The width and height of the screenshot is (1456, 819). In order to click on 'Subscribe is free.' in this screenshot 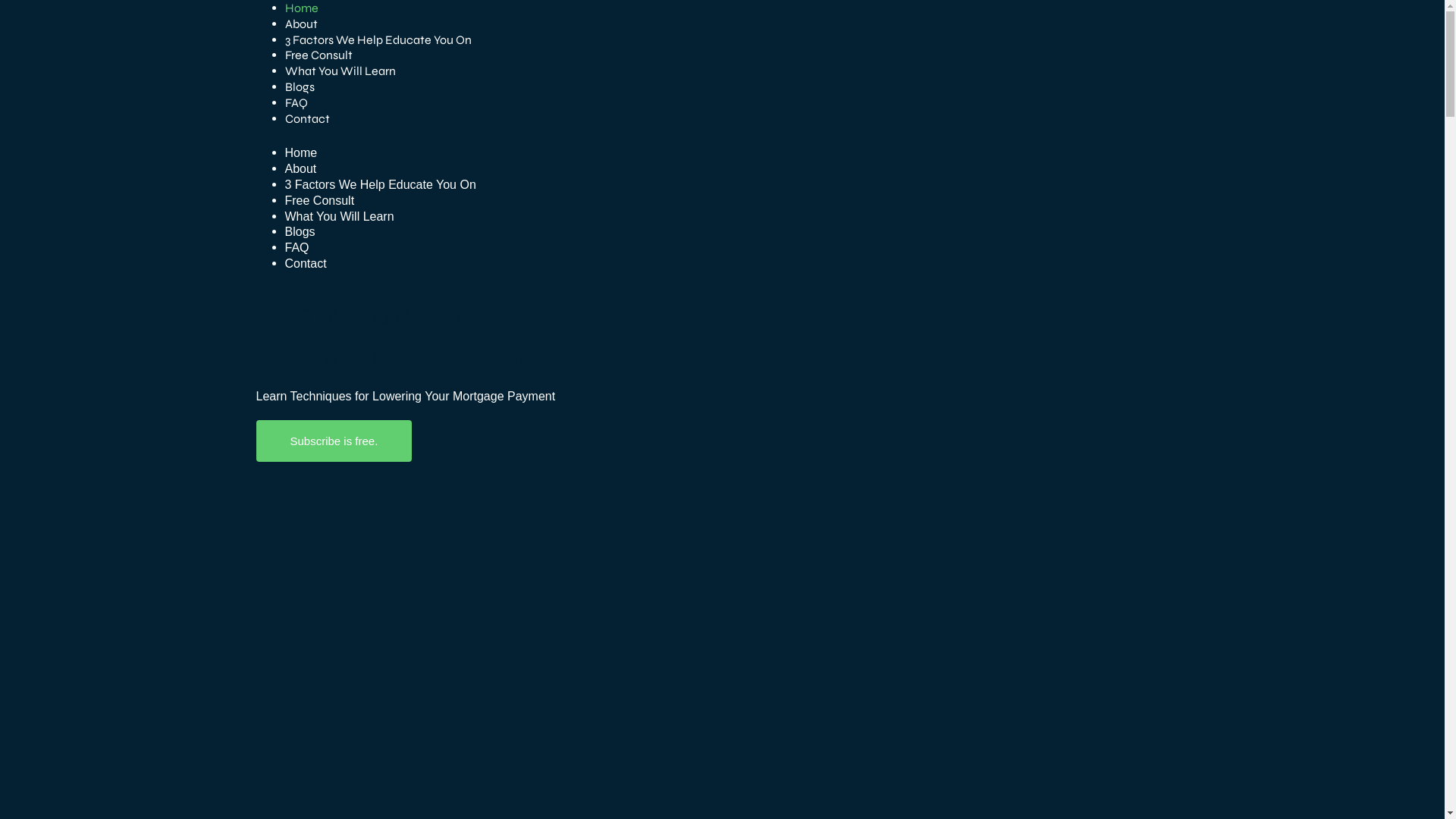, I will do `click(334, 441)`.